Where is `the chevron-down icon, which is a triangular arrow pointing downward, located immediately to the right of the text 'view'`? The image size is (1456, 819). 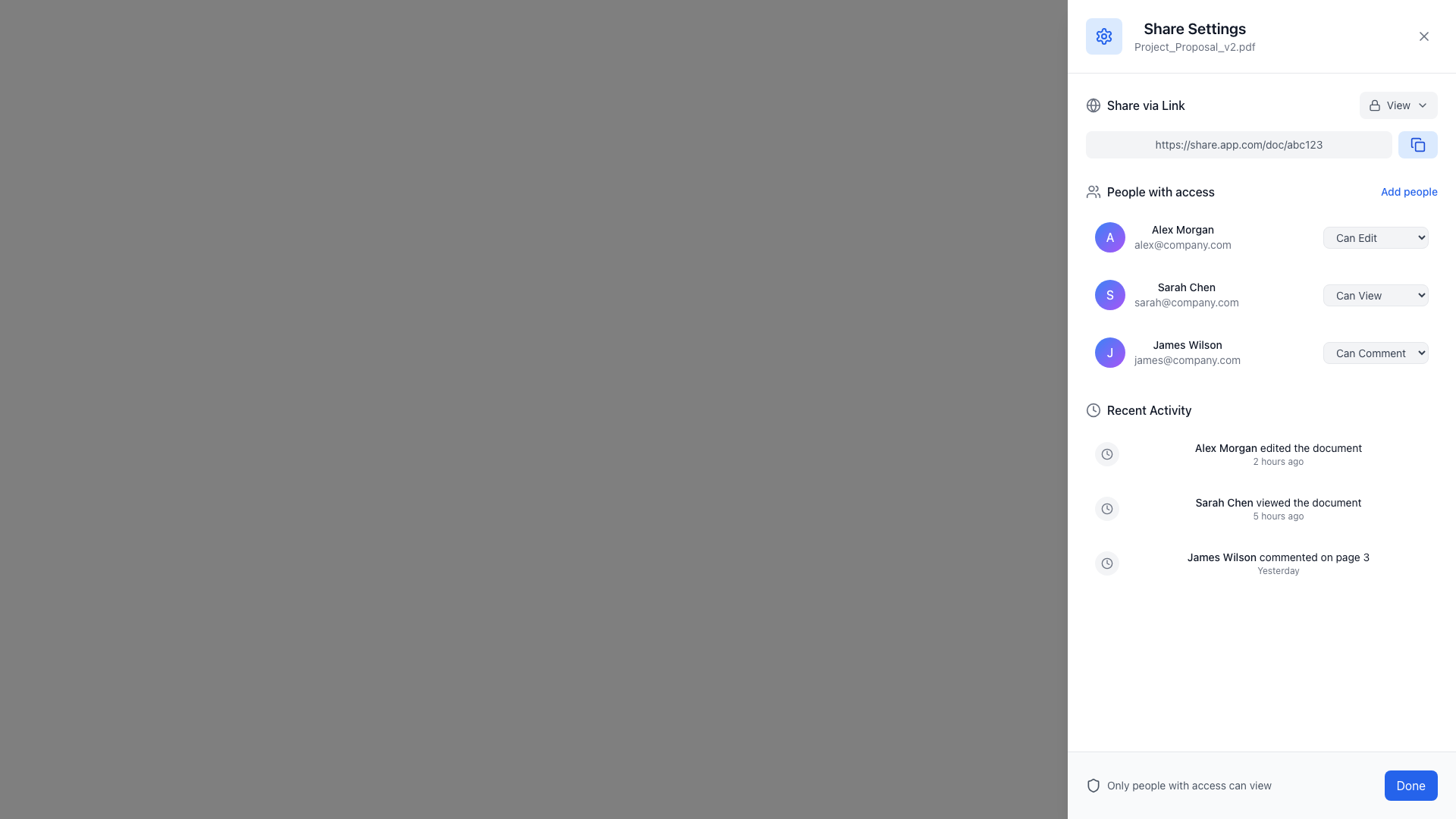 the chevron-down icon, which is a triangular arrow pointing downward, located immediately to the right of the text 'view' is located at coordinates (1422, 104).